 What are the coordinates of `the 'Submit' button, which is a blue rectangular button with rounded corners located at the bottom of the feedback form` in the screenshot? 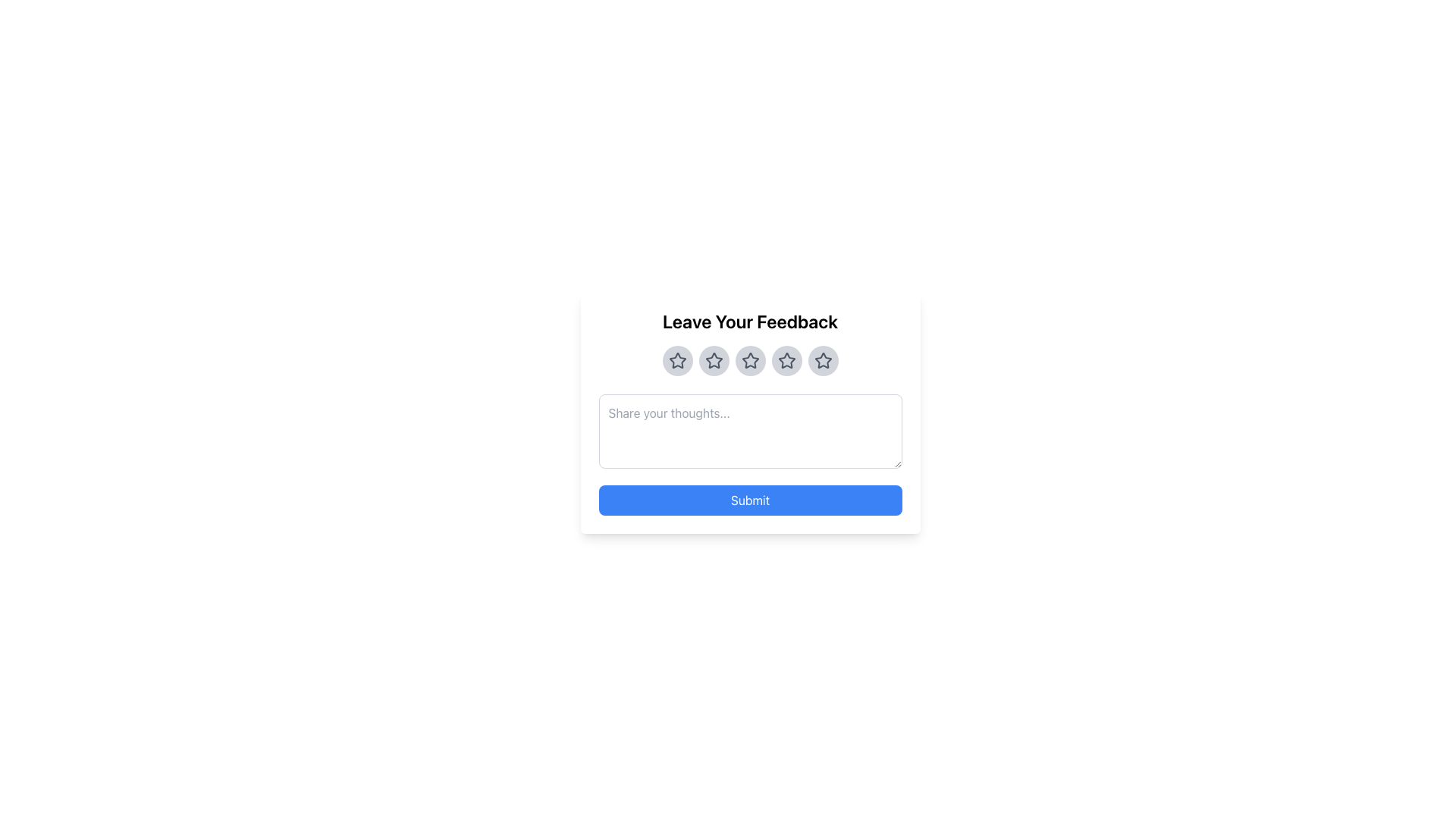 It's located at (750, 500).